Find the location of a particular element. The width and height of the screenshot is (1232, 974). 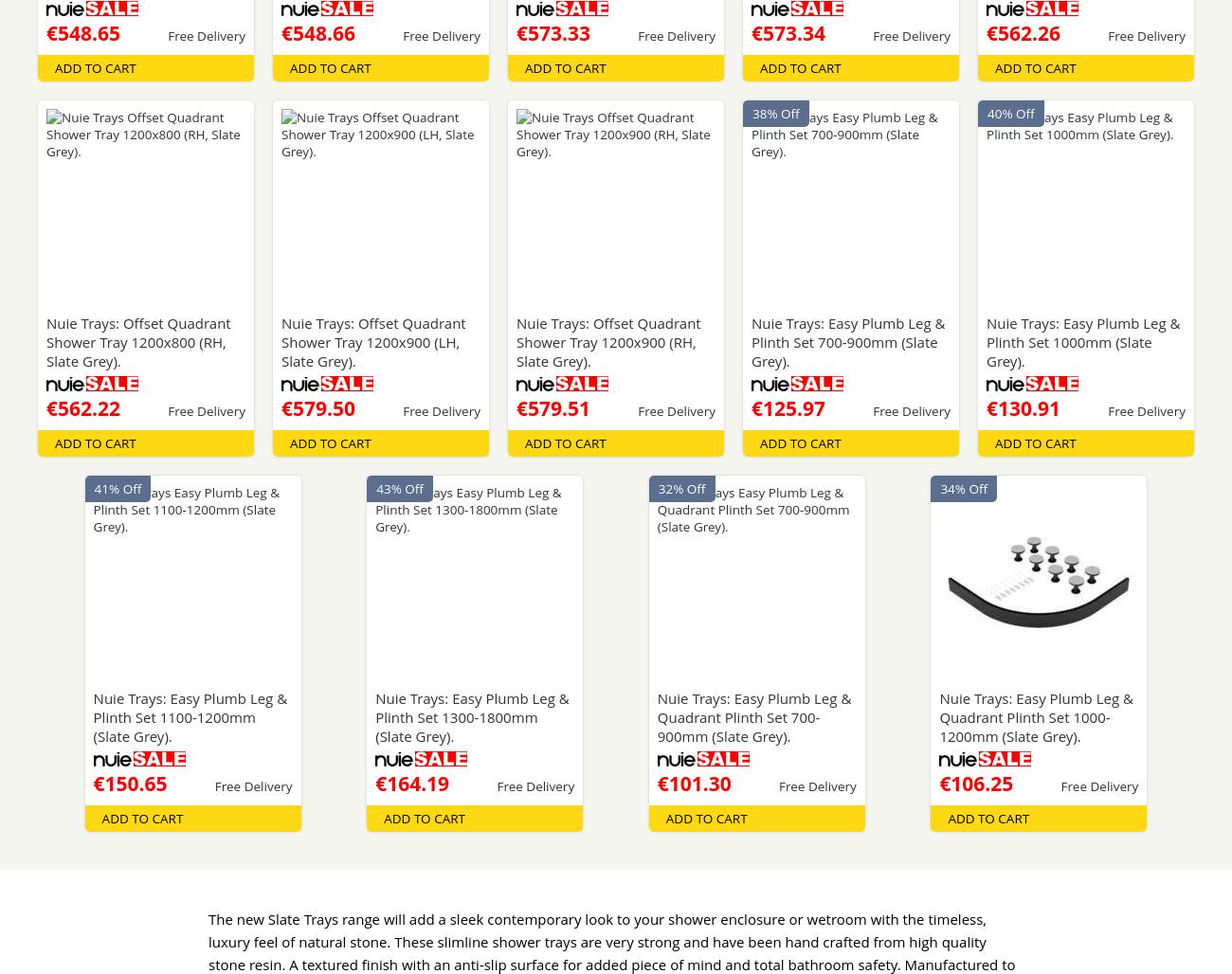

'41% Off' is located at coordinates (117, 488).